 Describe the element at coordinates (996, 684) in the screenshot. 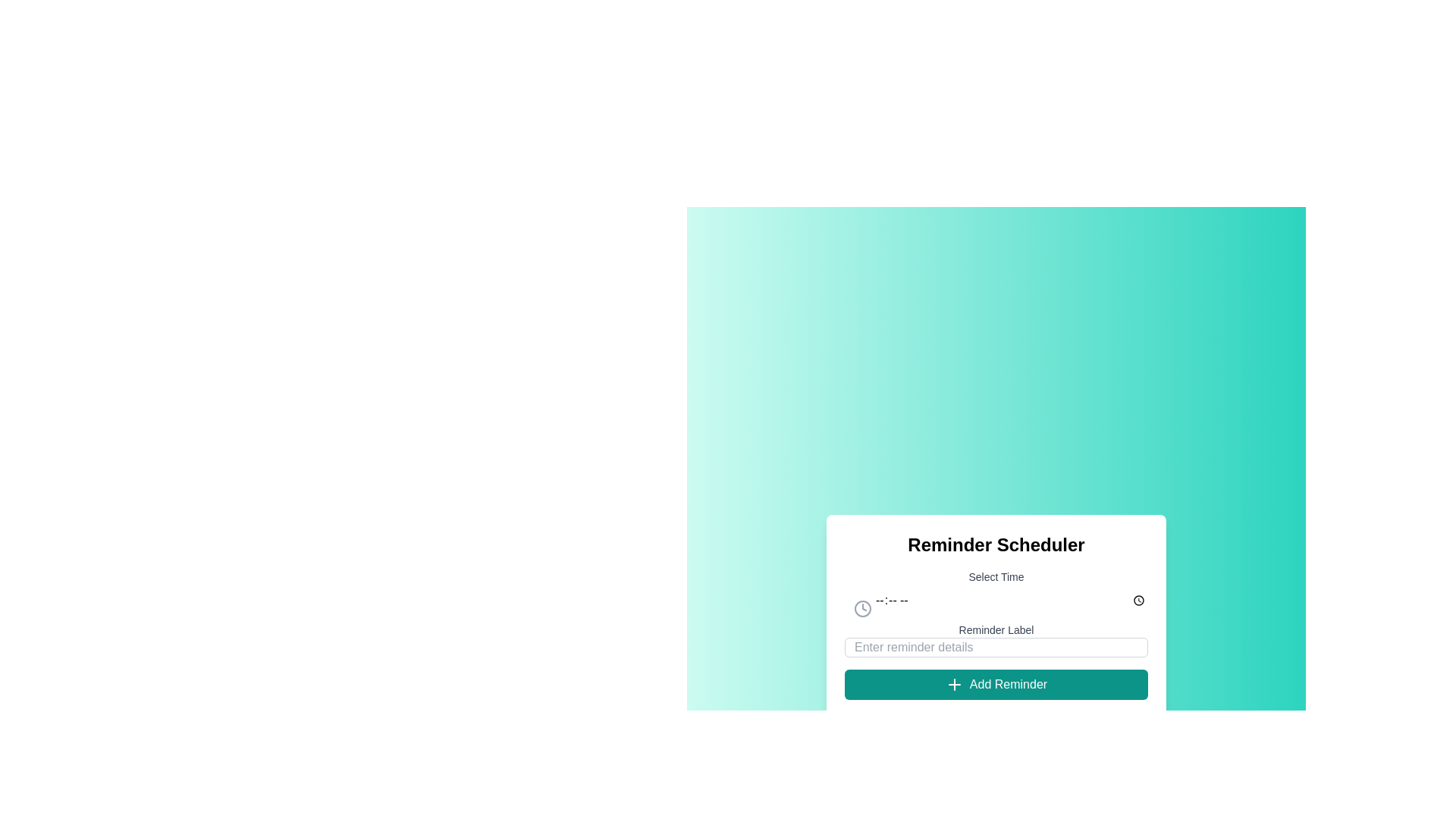

I see `the 'Add Reminder' button located at the bottom of the 'Reminder Scheduler' card, directly below the 'Reminder Label' input box` at that location.